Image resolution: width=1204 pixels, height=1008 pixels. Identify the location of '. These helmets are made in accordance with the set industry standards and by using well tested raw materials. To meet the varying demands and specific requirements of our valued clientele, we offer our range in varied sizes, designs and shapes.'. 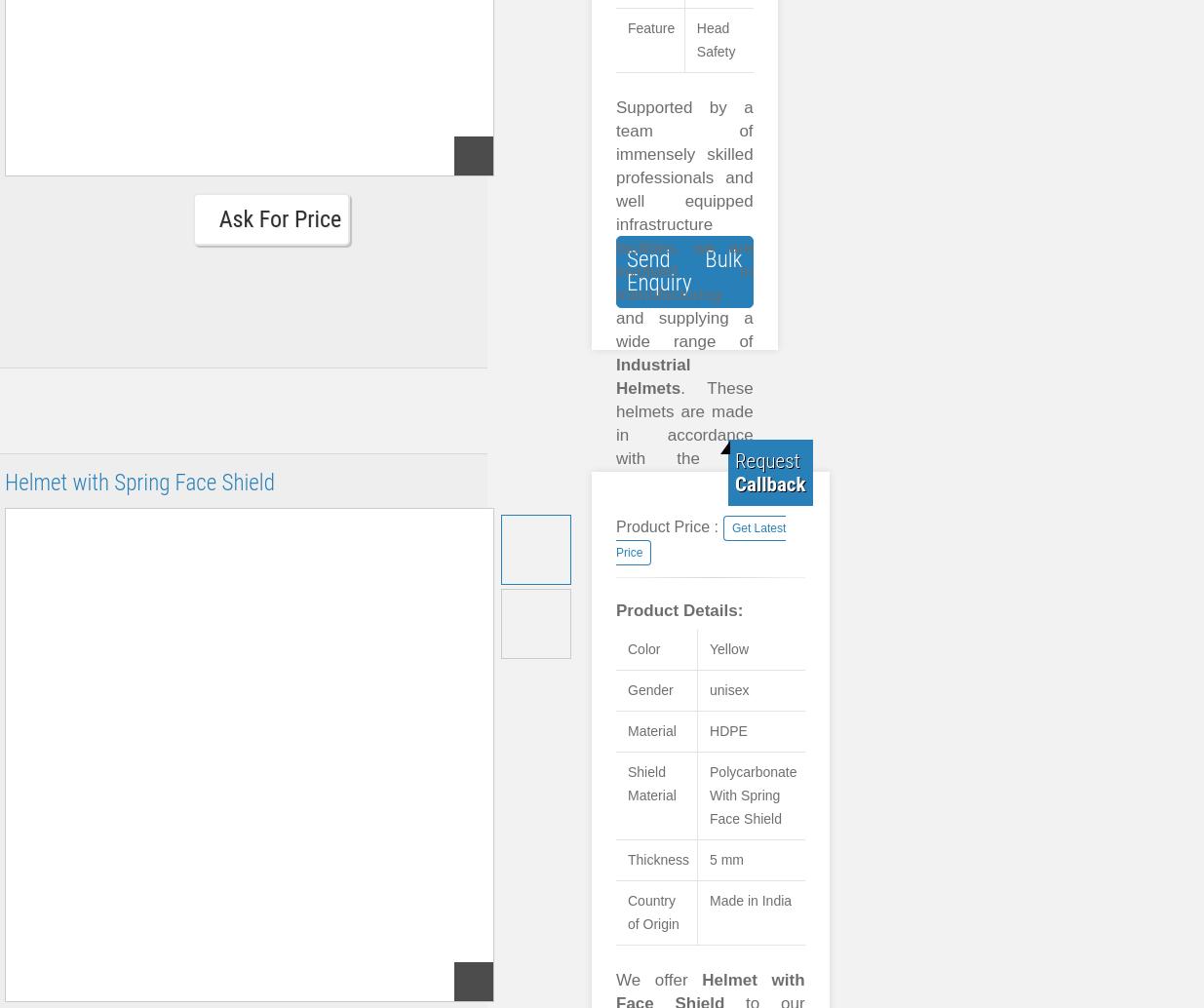
(683, 587).